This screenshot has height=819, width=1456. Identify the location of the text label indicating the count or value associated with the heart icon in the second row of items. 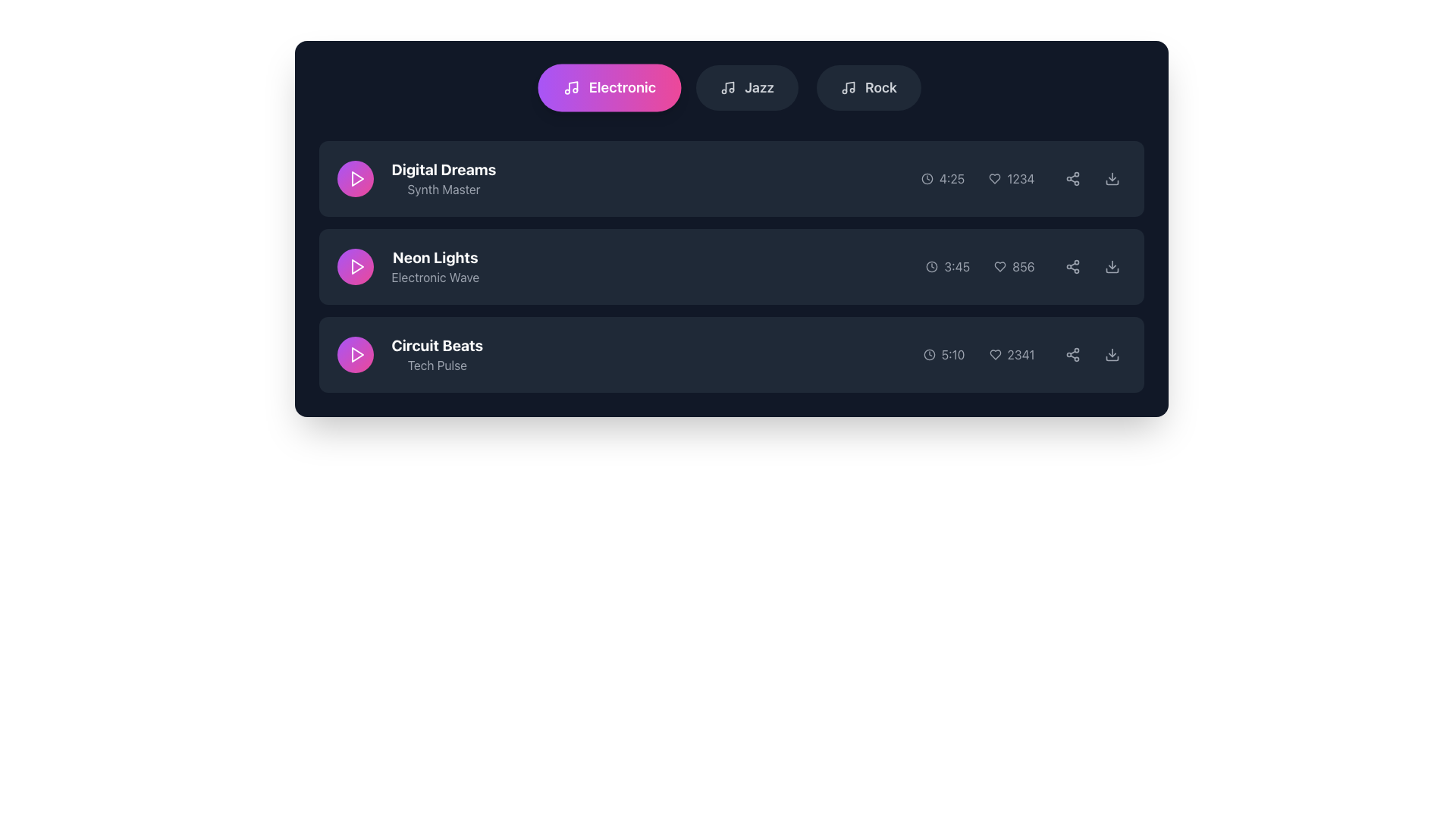
(1023, 265).